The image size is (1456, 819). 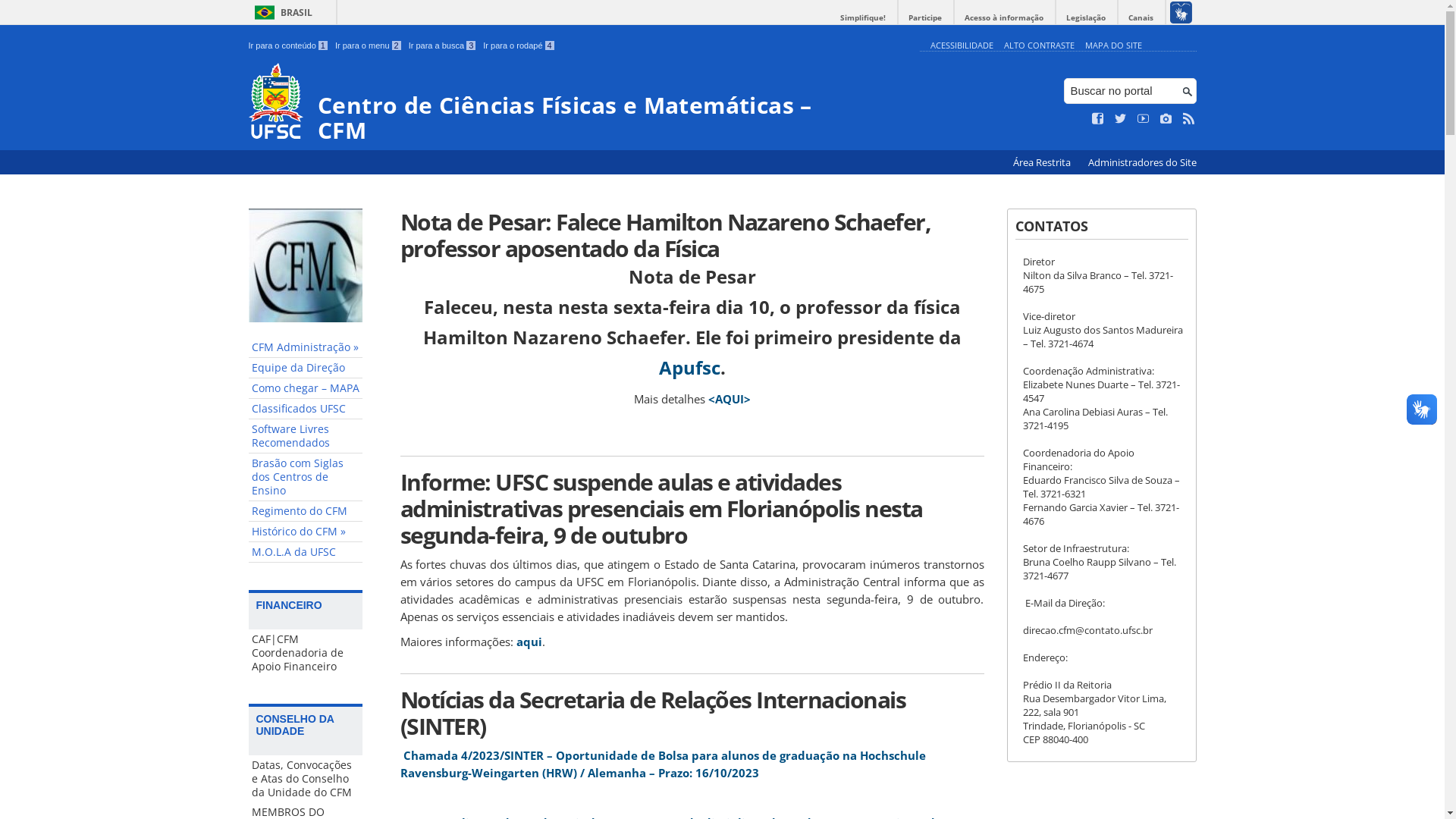 What do you see at coordinates (1121, 118) in the screenshot?
I see `'Siga no Twitter'` at bounding box center [1121, 118].